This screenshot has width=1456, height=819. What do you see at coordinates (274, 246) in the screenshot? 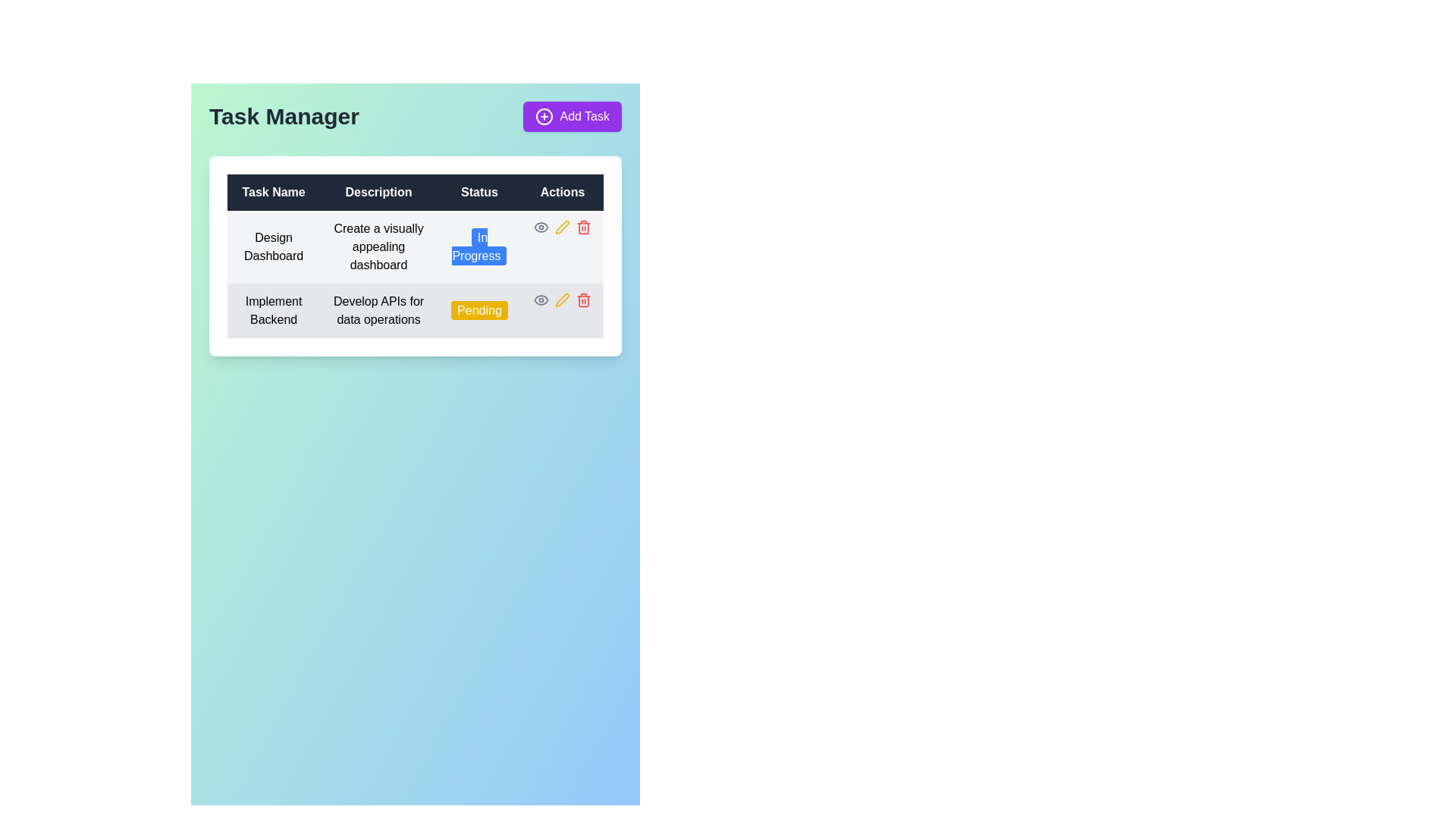
I see `the 'Design Dashboard' text display located in the first row of the 'Task Name' column in the table` at bounding box center [274, 246].